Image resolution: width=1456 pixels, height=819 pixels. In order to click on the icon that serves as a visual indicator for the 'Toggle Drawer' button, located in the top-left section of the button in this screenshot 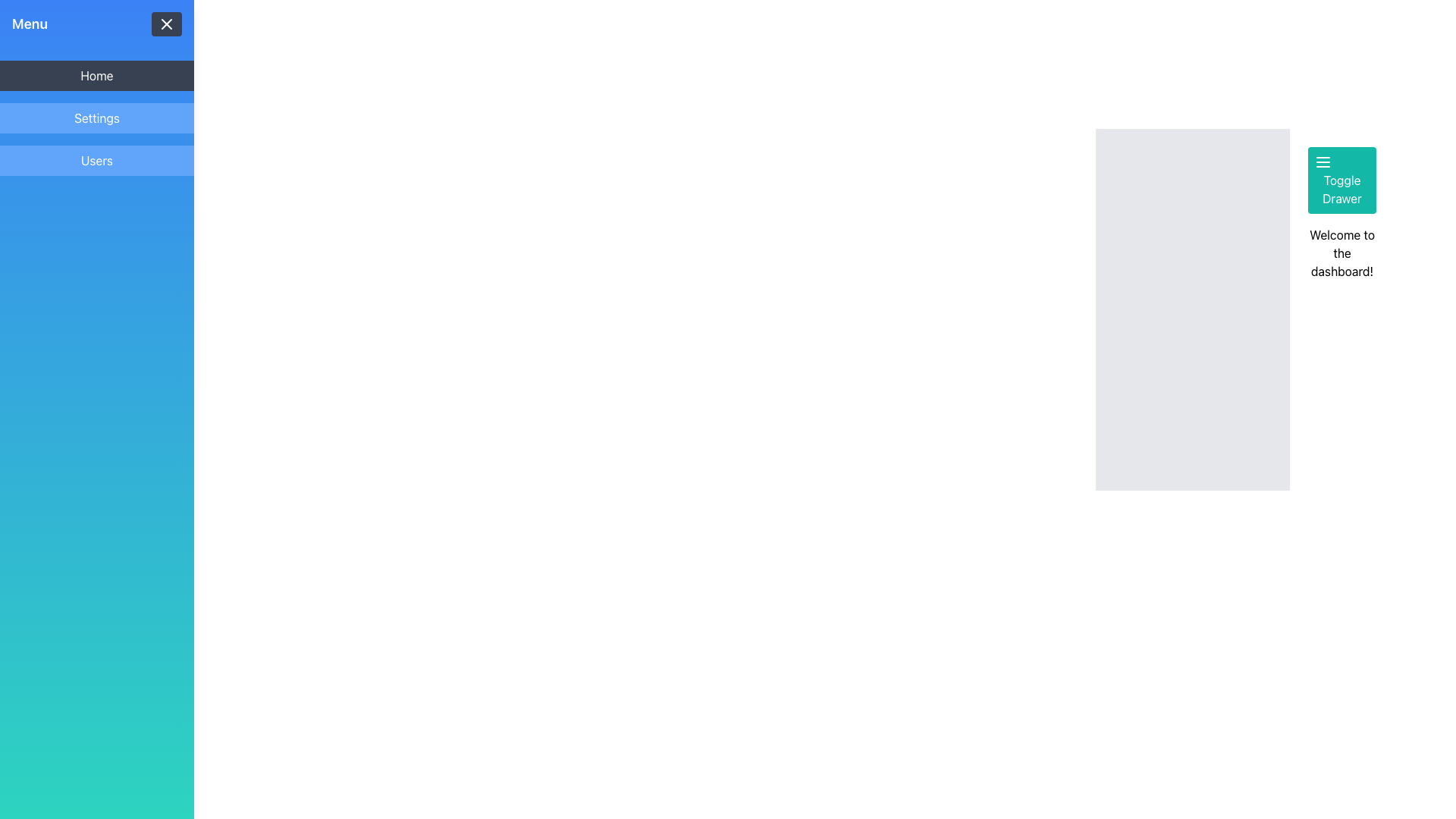, I will do `click(1323, 162)`.